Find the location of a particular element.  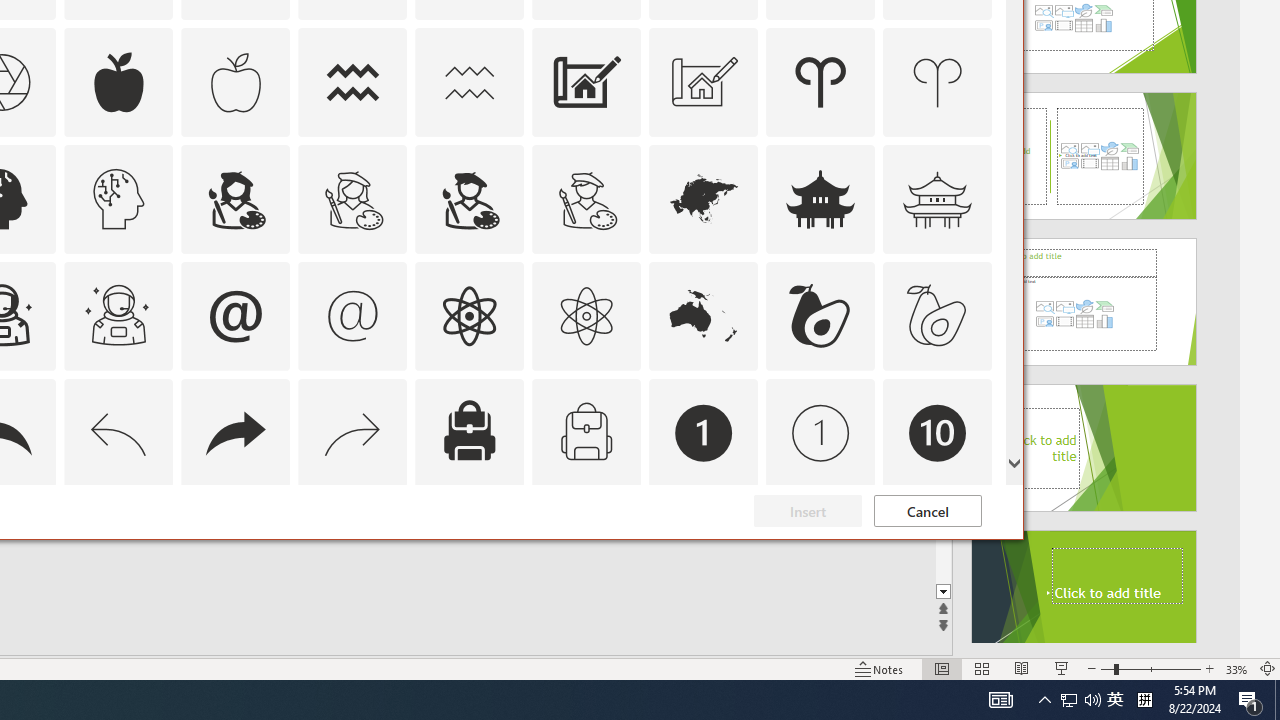

'AutomationID: Icons_Back_LTR_M' is located at coordinates (118, 431).